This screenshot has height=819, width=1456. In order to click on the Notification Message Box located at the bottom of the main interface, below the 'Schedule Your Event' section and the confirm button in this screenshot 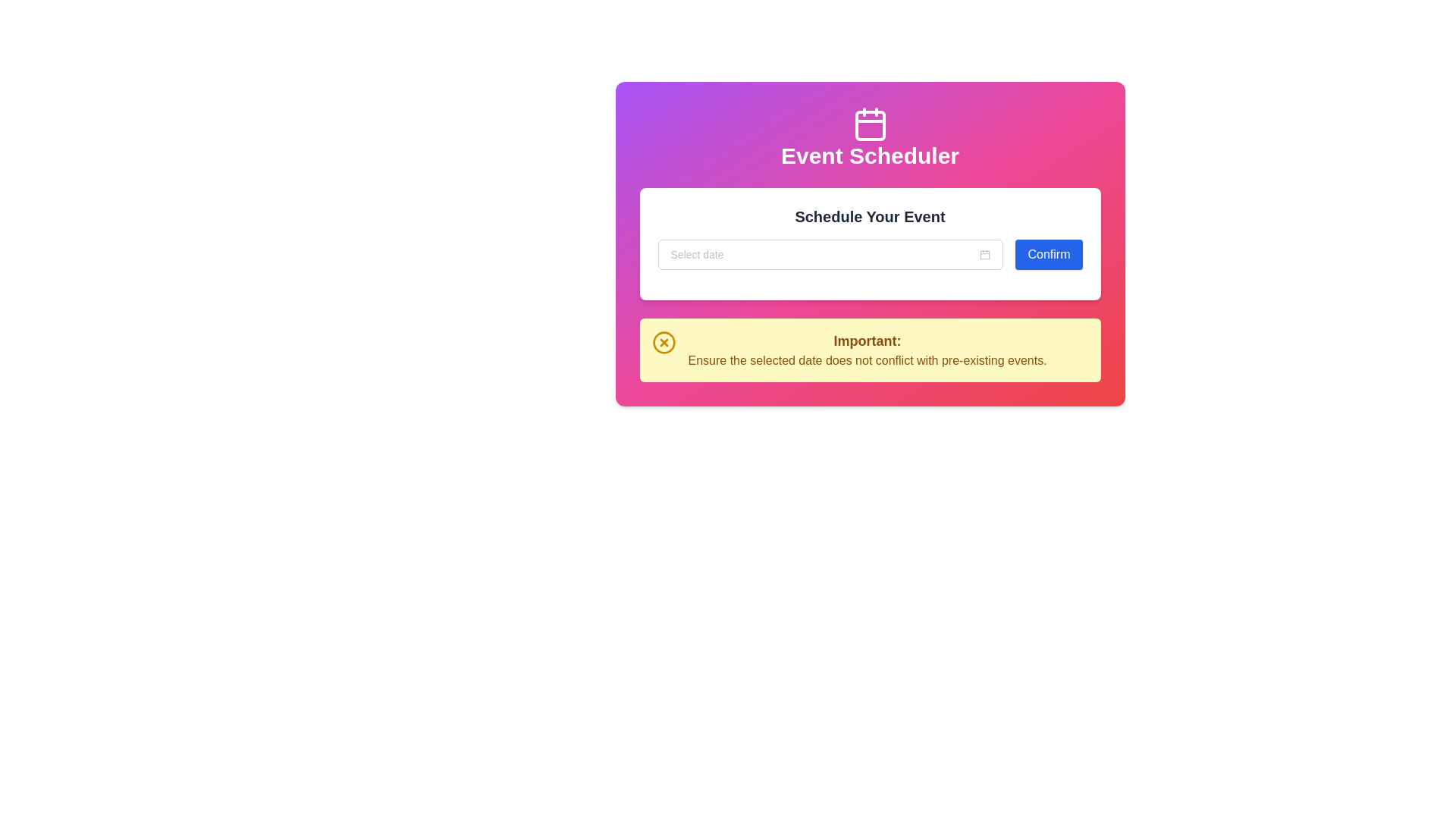, I will do `click(870, 350)`.